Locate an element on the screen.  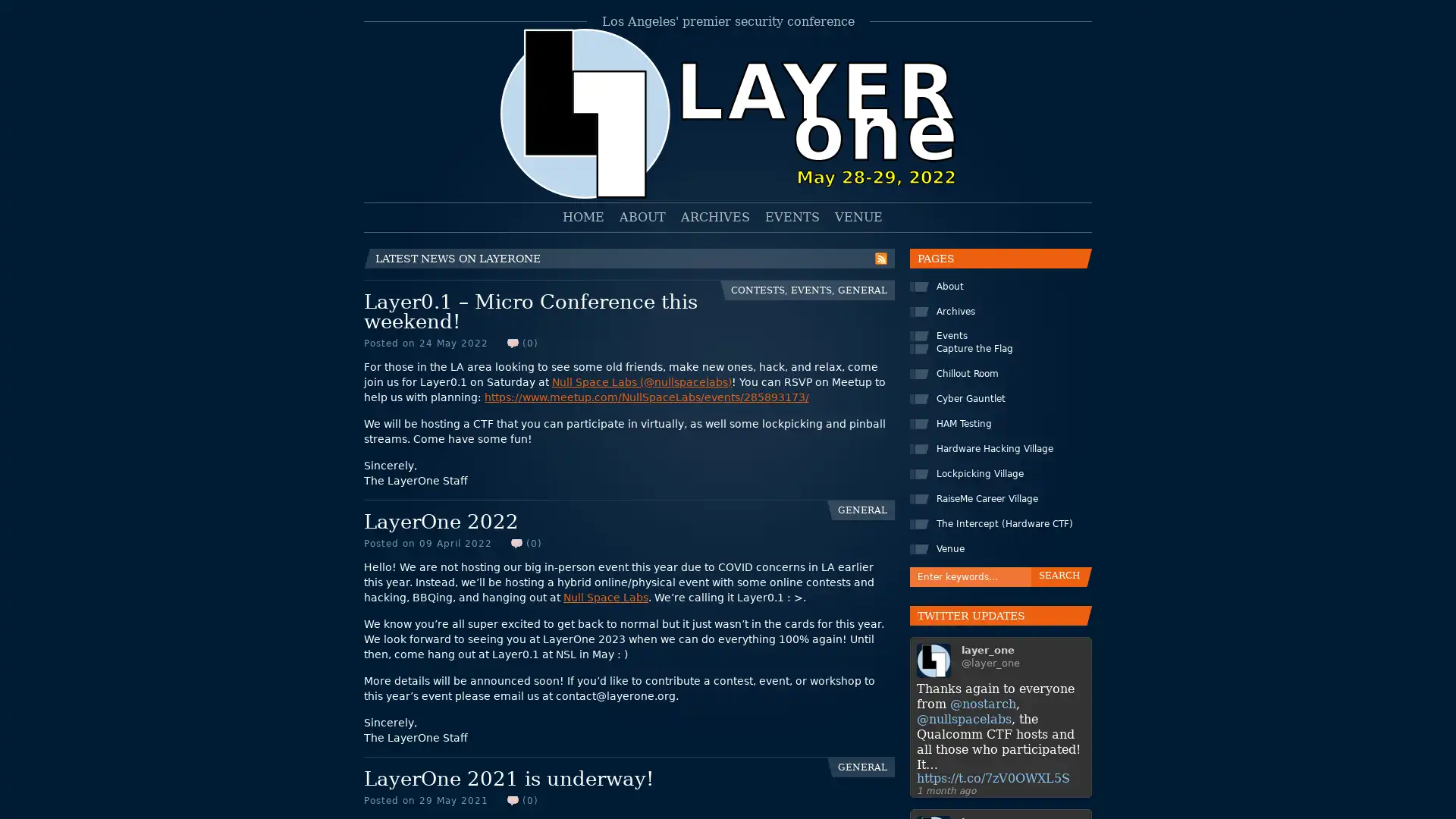
SEARCH is located at coordinates (1055, 573).